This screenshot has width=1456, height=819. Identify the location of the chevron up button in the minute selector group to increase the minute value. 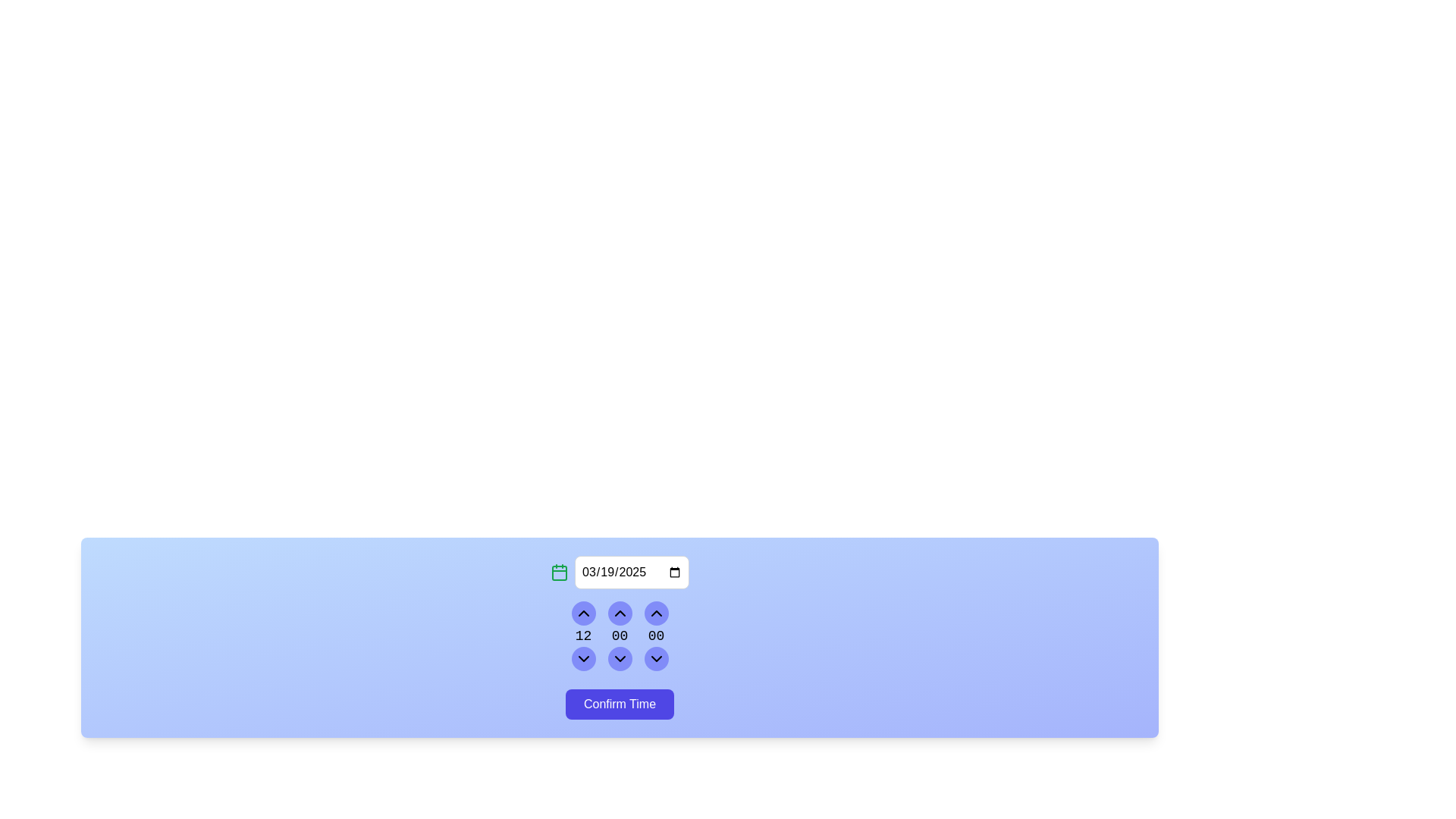
(620, 613).